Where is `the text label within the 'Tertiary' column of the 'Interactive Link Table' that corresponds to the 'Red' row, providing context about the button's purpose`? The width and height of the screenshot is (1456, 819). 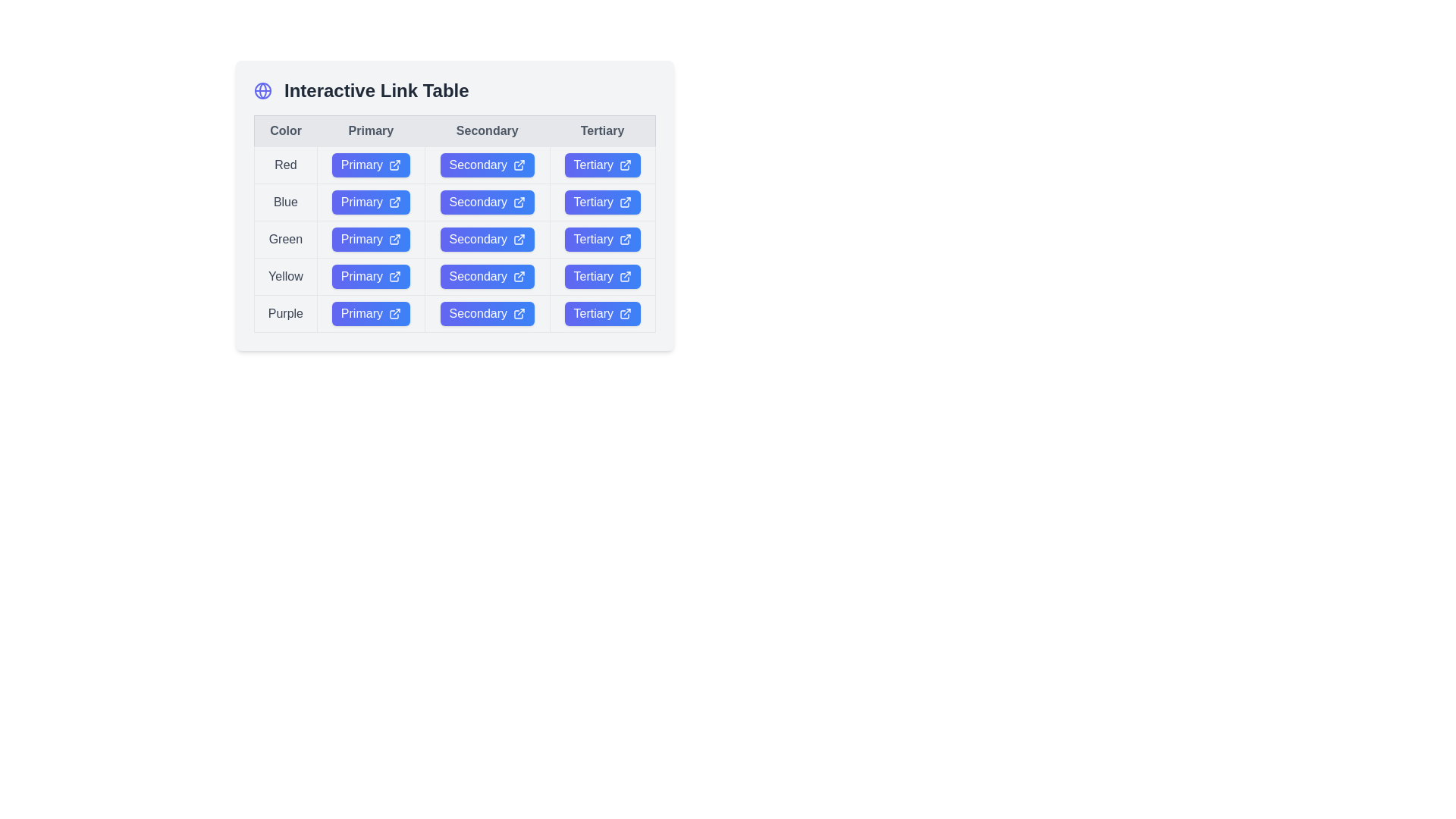 the text label within the 'Tertiary' column of the 'Interactive Link Table' that corresponds to the 'Red' row, providing context about the button's purpose is located at coordinates (592, 165).